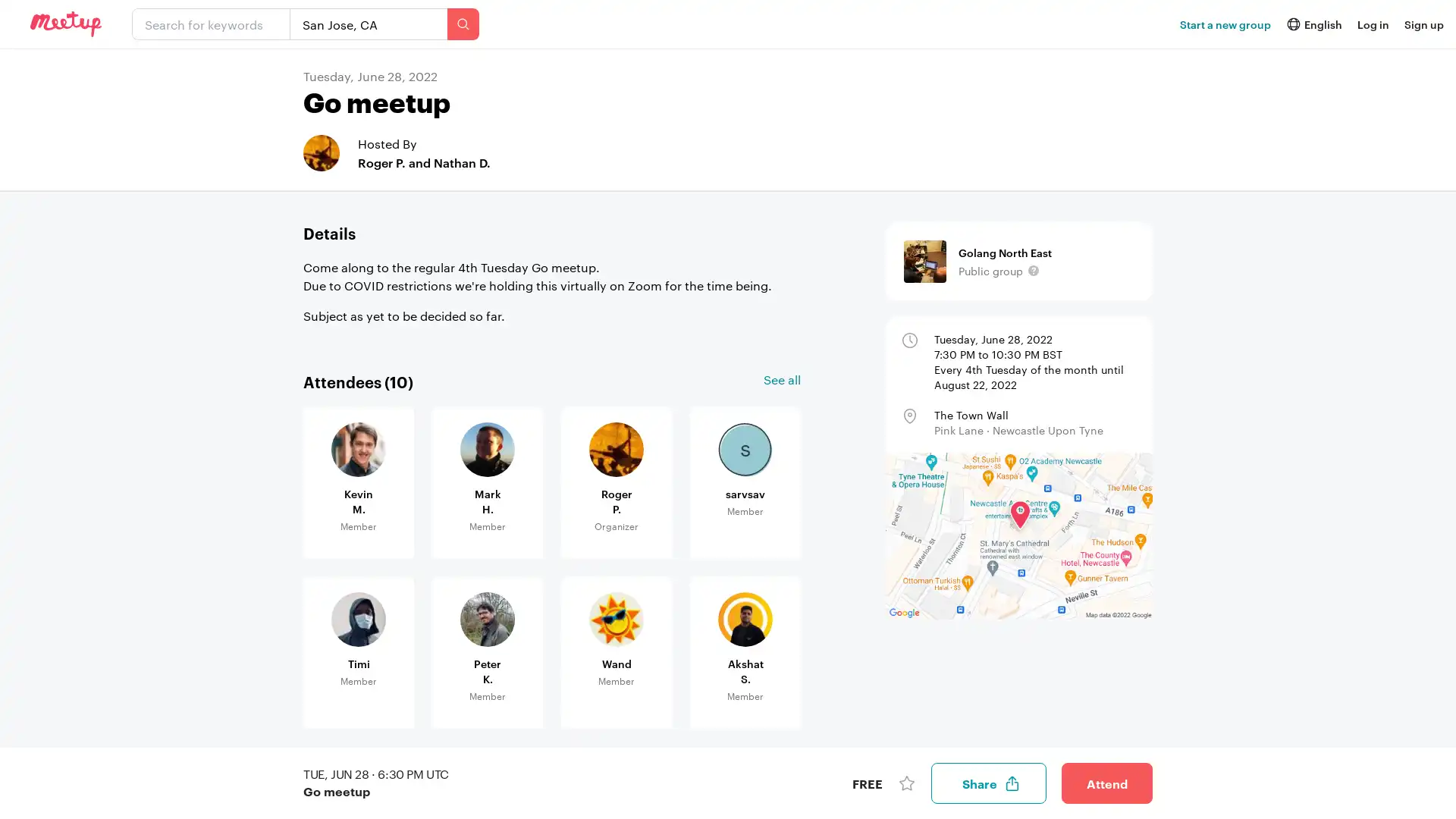  I want to click on icon English, so click(1313, 24).